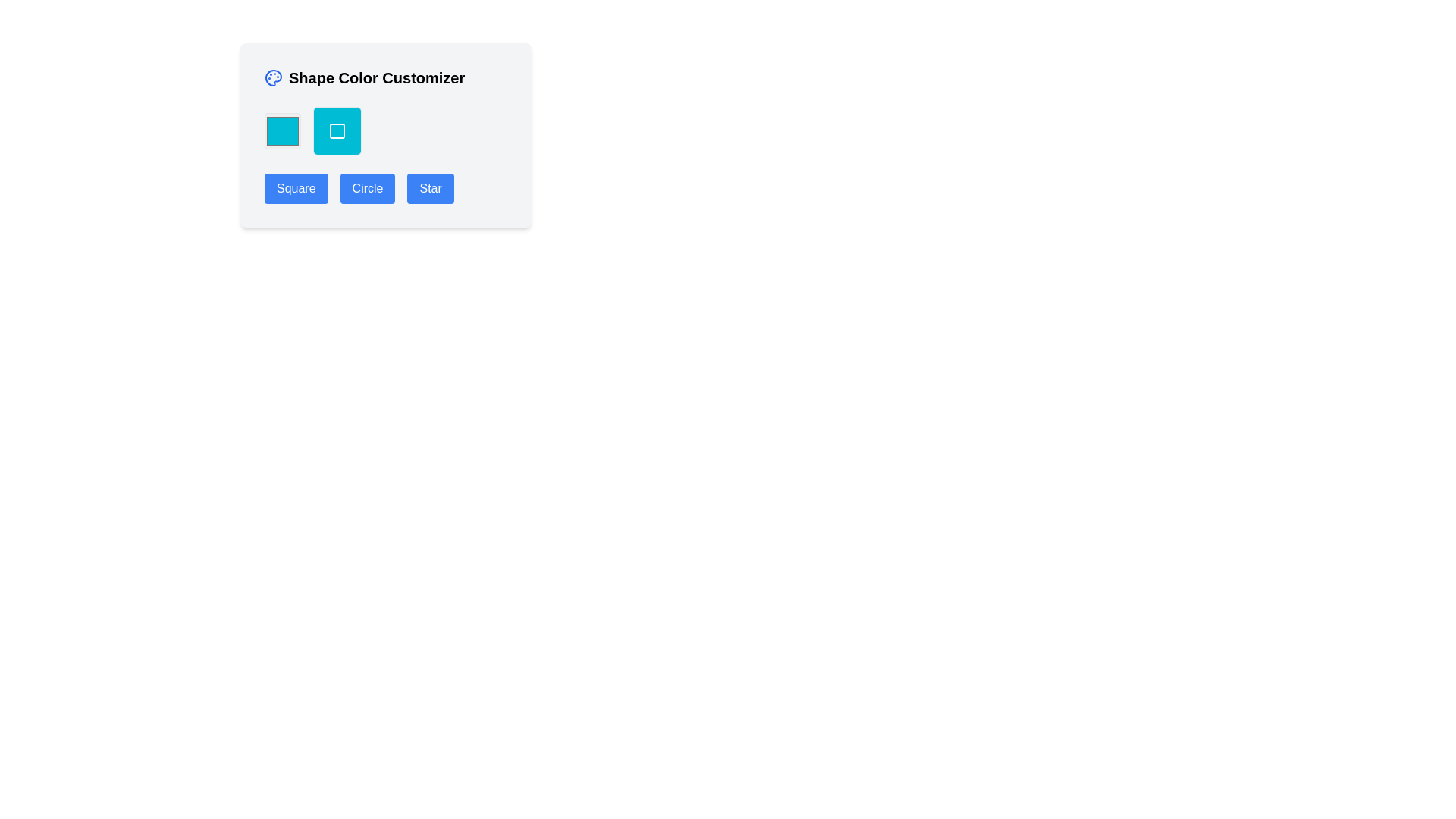 The height and width of the screenshot is (819, 1456). What do you see at coordinates (385, 78) in the screenshot?
I see `heading element titled 'Shape Color Customizer' which is prominently displayed at the top of a card with a blue palette icon and bold black text` at bounding box center [385, 78].